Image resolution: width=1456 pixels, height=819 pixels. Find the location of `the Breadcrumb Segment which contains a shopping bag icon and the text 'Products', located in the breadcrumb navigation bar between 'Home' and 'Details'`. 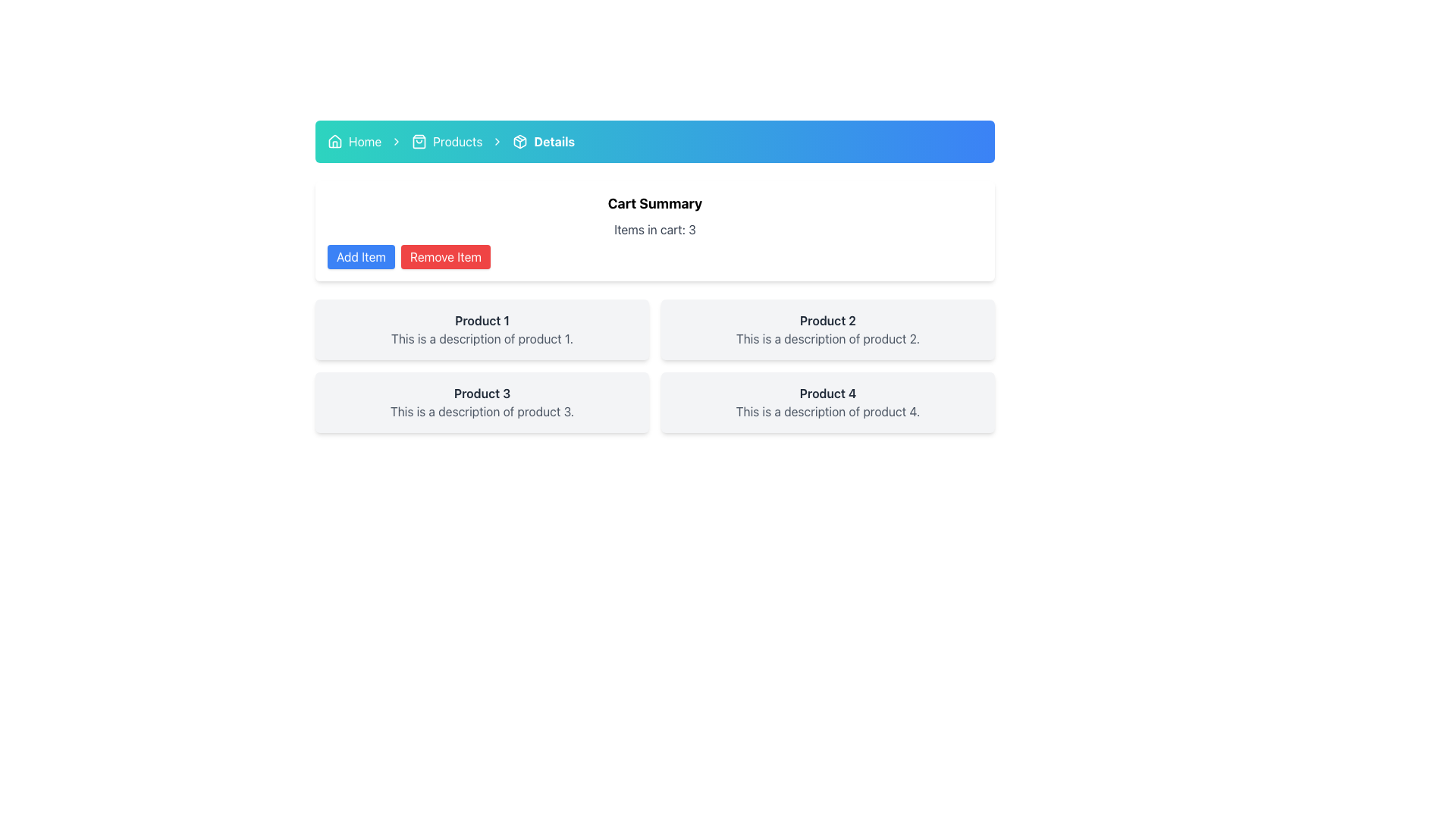

the Breadcrumb Segment which contains a shopping bag icon and the text 'Products', located in the breadcrumb navigation bar between 'Home' and 'Details' is located at coordinates (446, 141).